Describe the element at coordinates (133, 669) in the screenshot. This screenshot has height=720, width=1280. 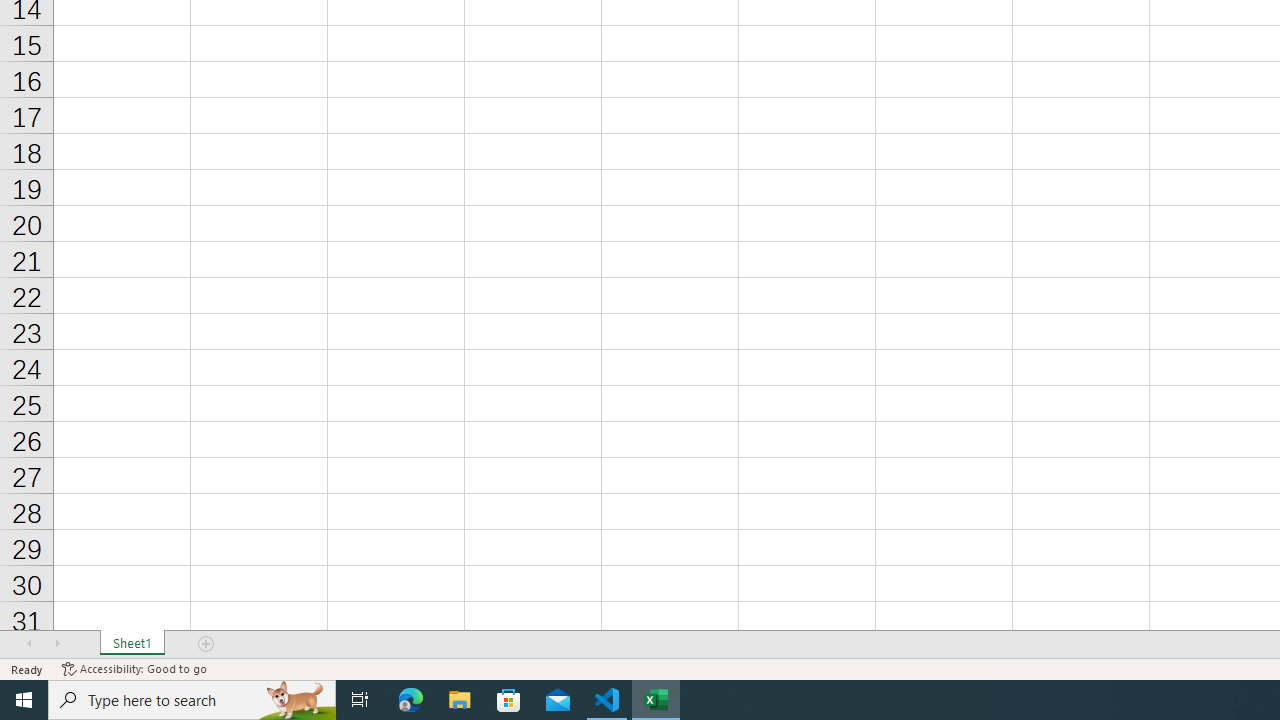
I see `'Accessibility Checker Accessibility: Good to go'` at that location.